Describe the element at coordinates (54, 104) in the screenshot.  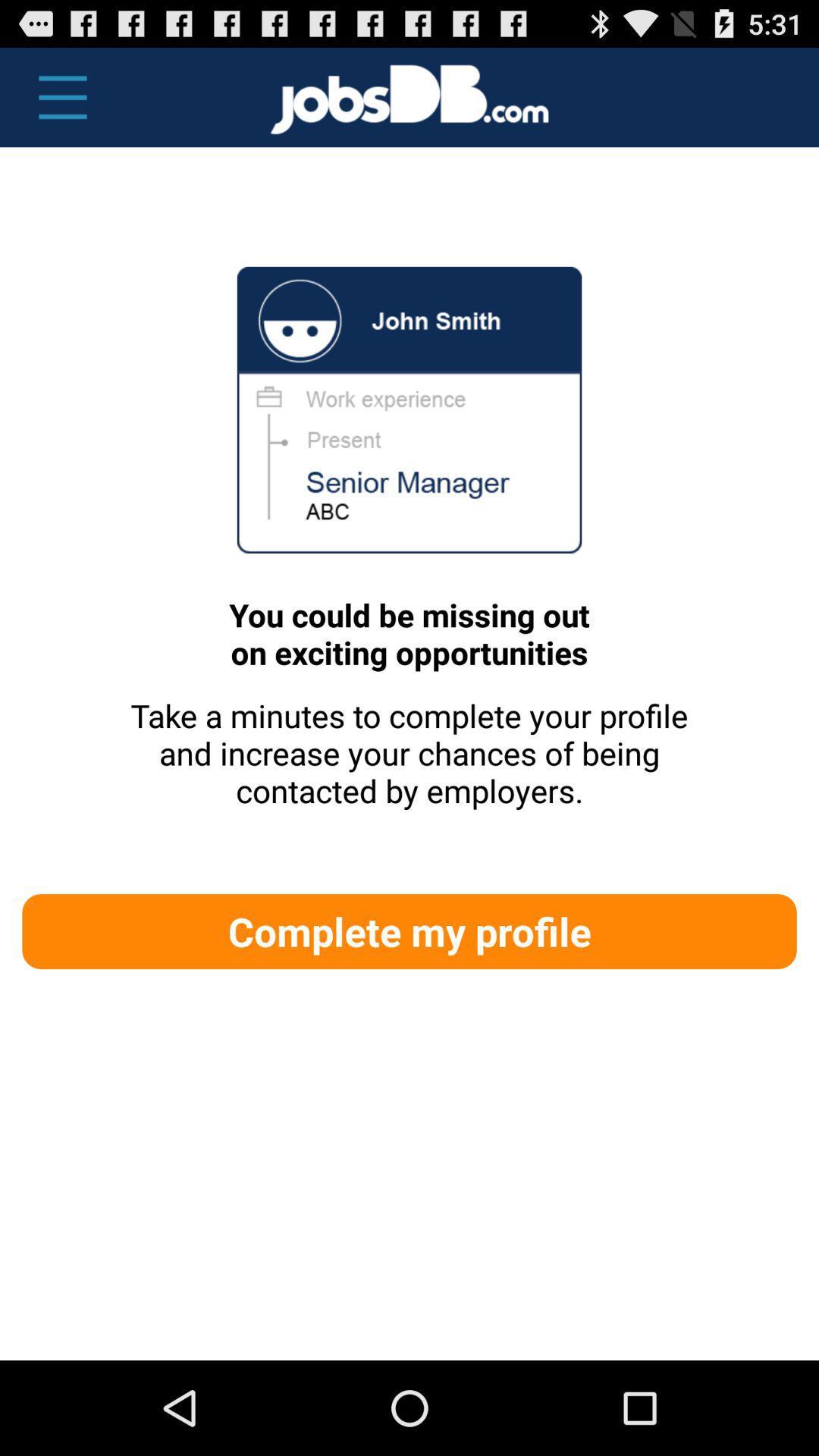
I see `the menu icon` at that location.